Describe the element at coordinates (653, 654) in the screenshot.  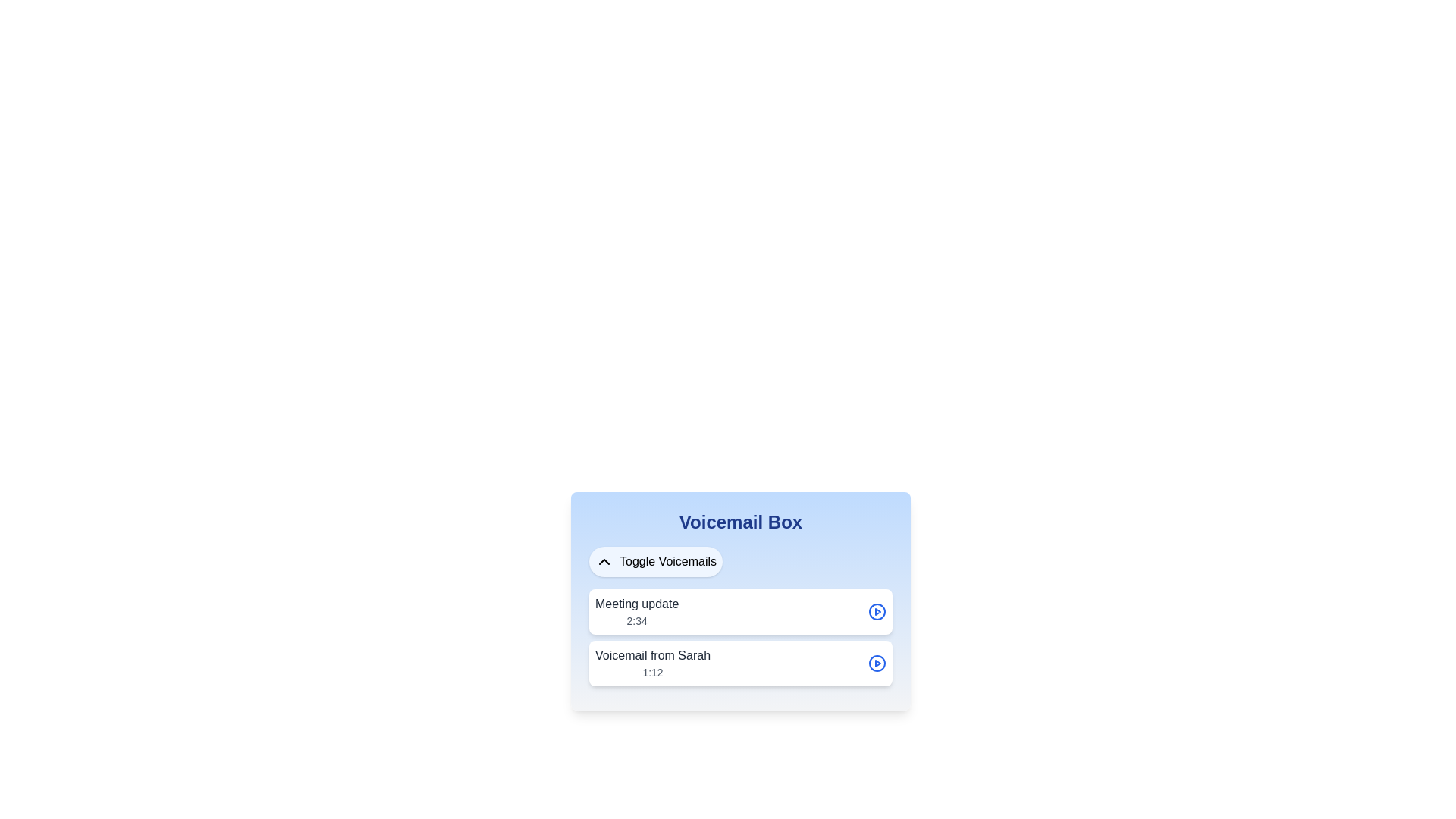
I see `the text label that reads 'Voicemail from Sarah', which is styled with a medium weight font and dark gray color, located above the duration text '1:12' in the voicemail list` at that location.